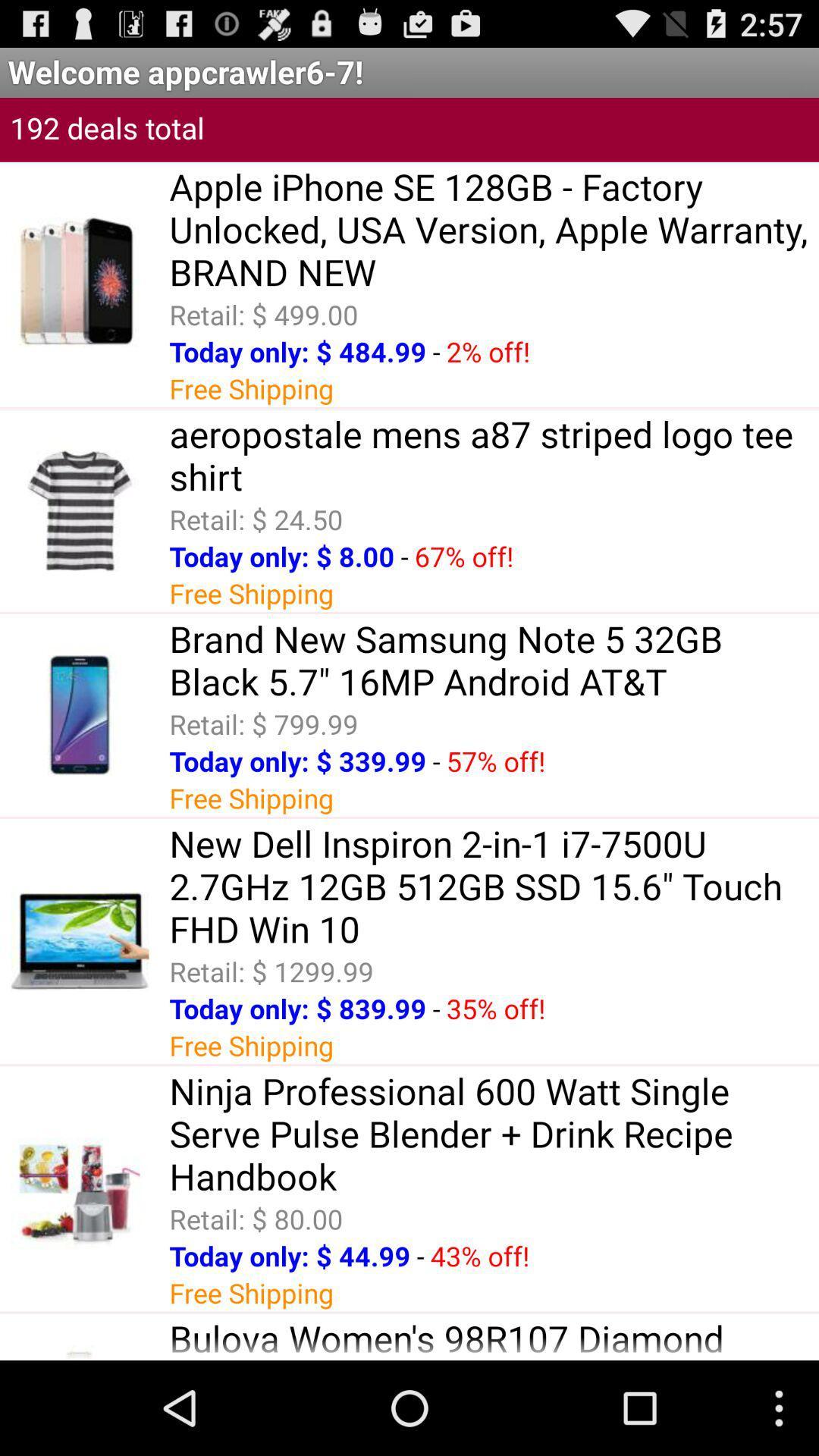 The width and height of the screenshot is (819, 1456). I want to click on the icon next to the 35% off!, so click(436, 1009).